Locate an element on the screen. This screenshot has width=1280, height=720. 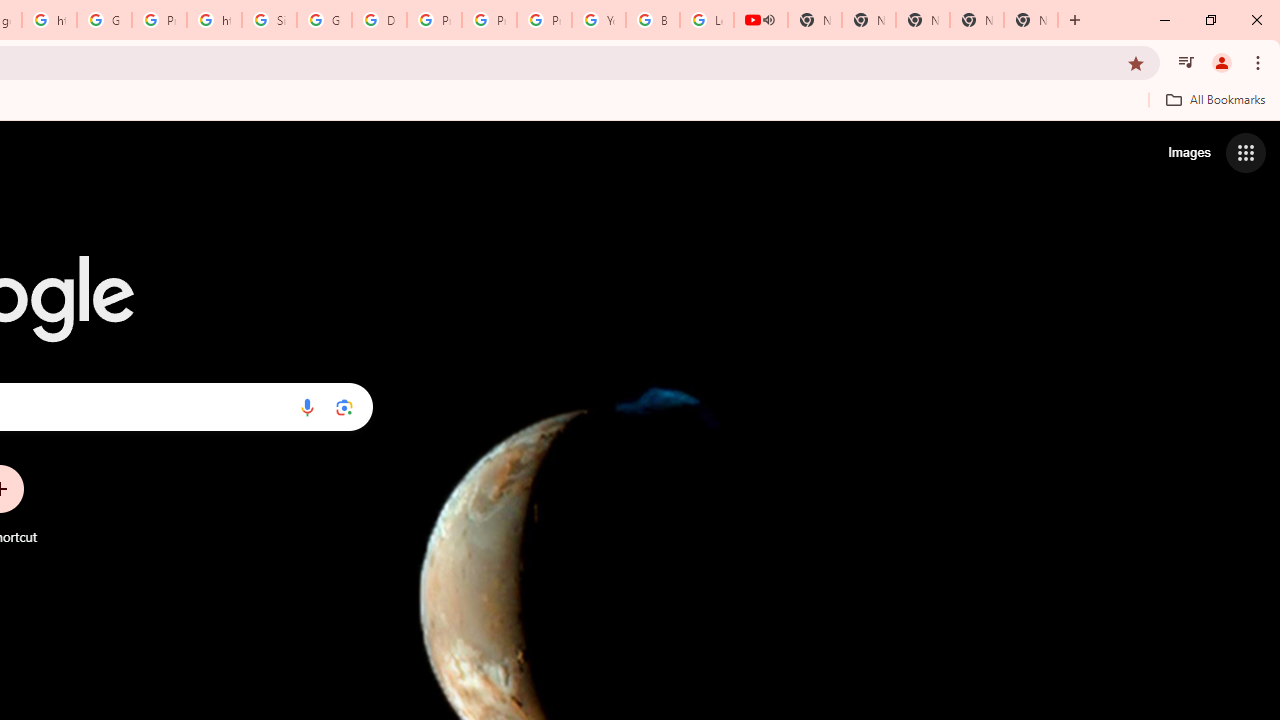
'Search for Images ' is located at coordinates (1189, 152).